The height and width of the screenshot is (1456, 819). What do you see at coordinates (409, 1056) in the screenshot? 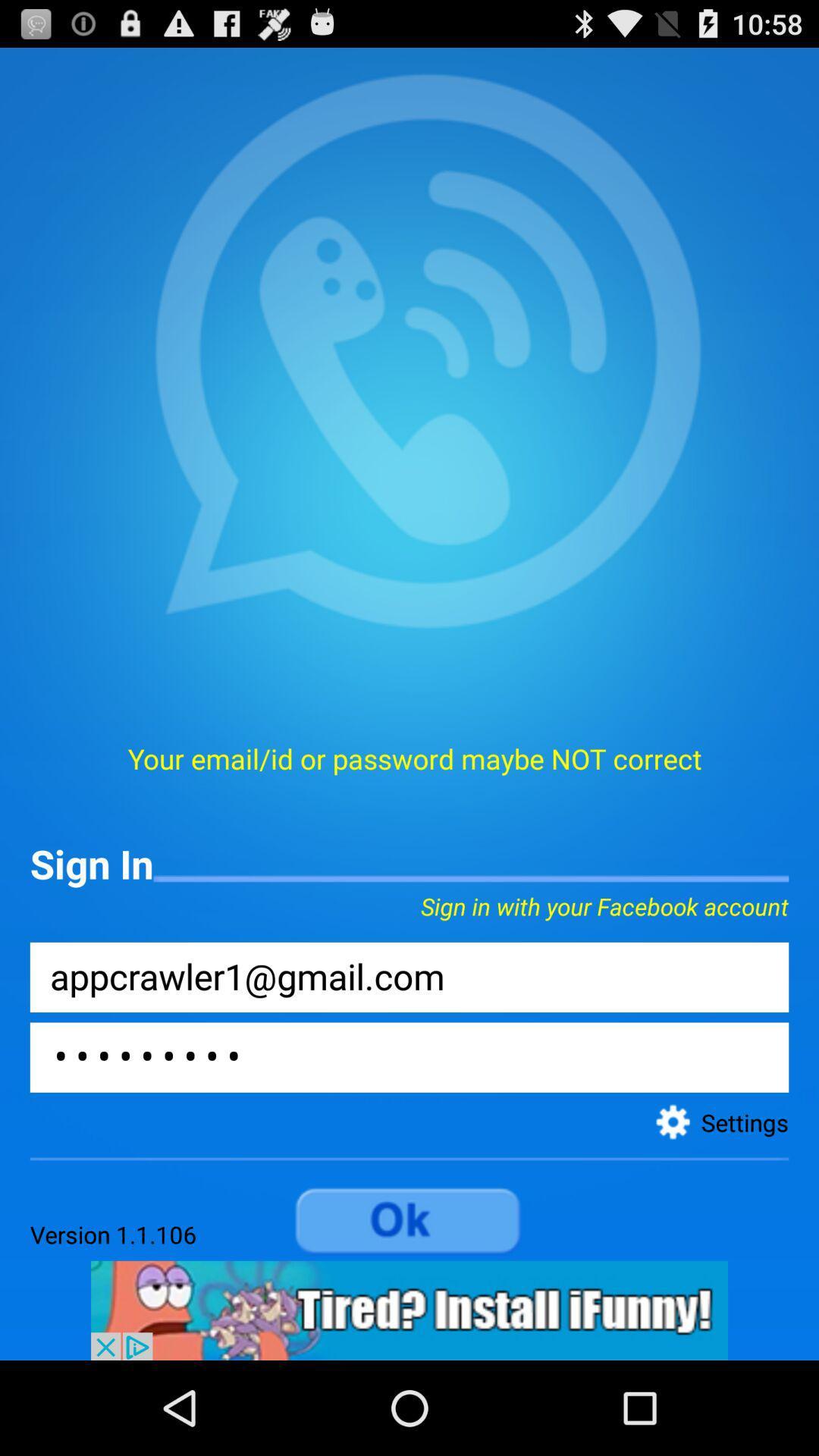
I see `password box` at bounding box center [409, 1056].